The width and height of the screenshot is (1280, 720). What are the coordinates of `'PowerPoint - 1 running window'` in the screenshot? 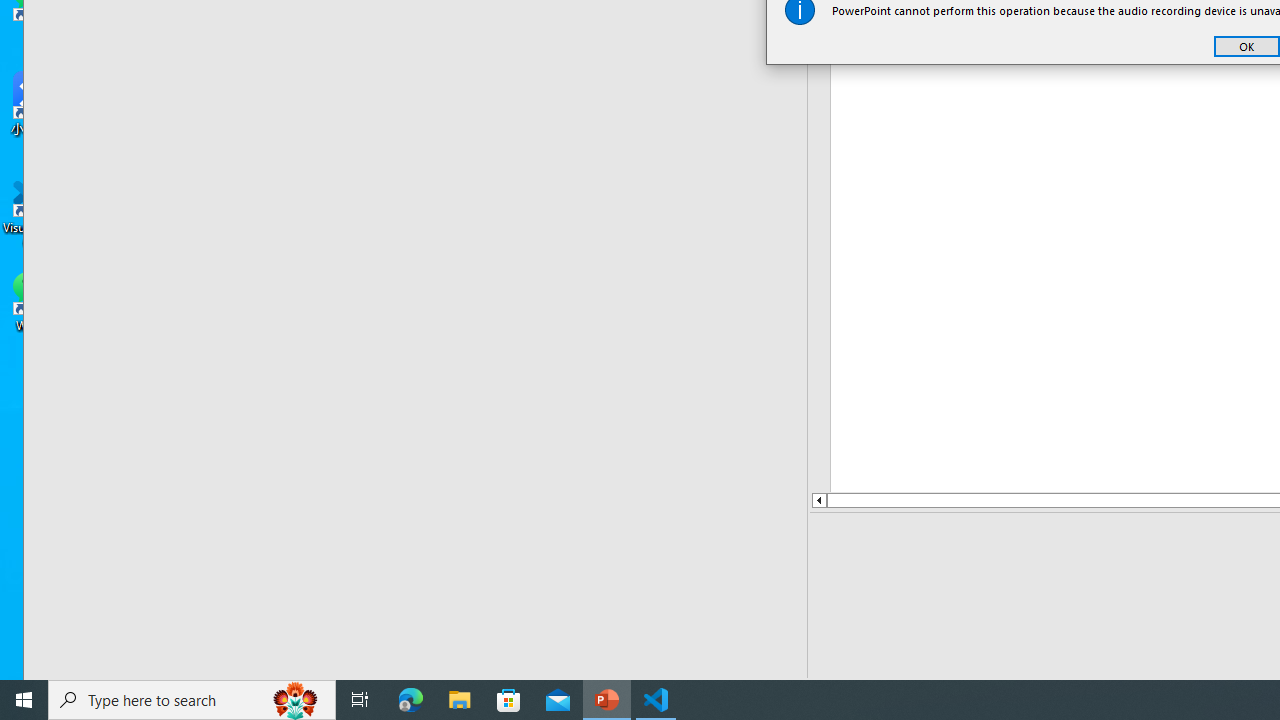 It's located at (606, 698).